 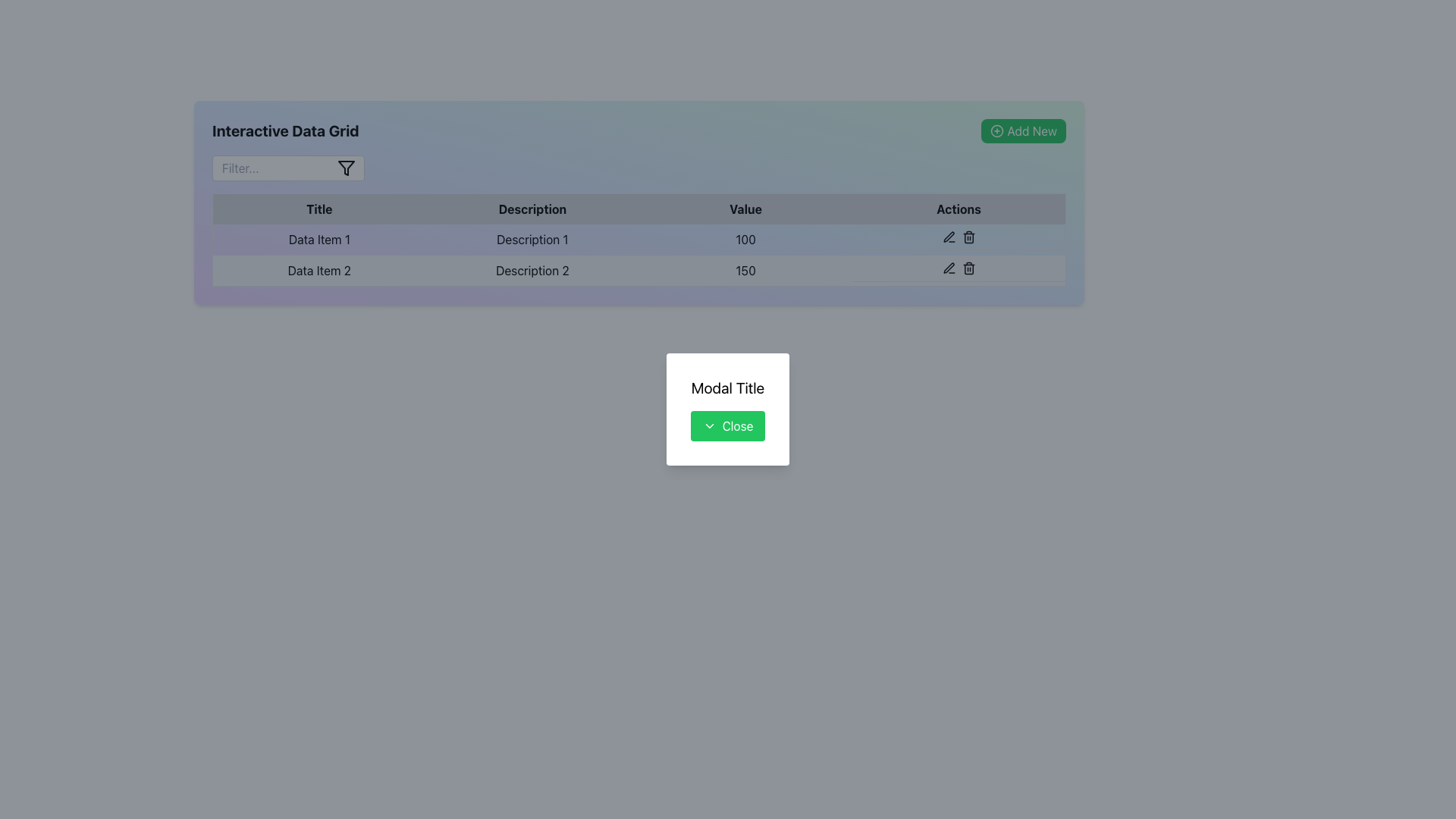 What do you see at coordinates (532, 239) in the screenshot?
I see `the text cell containing 'Description 1' in the table under the 'Description' column` at bounding box center [532, 239].